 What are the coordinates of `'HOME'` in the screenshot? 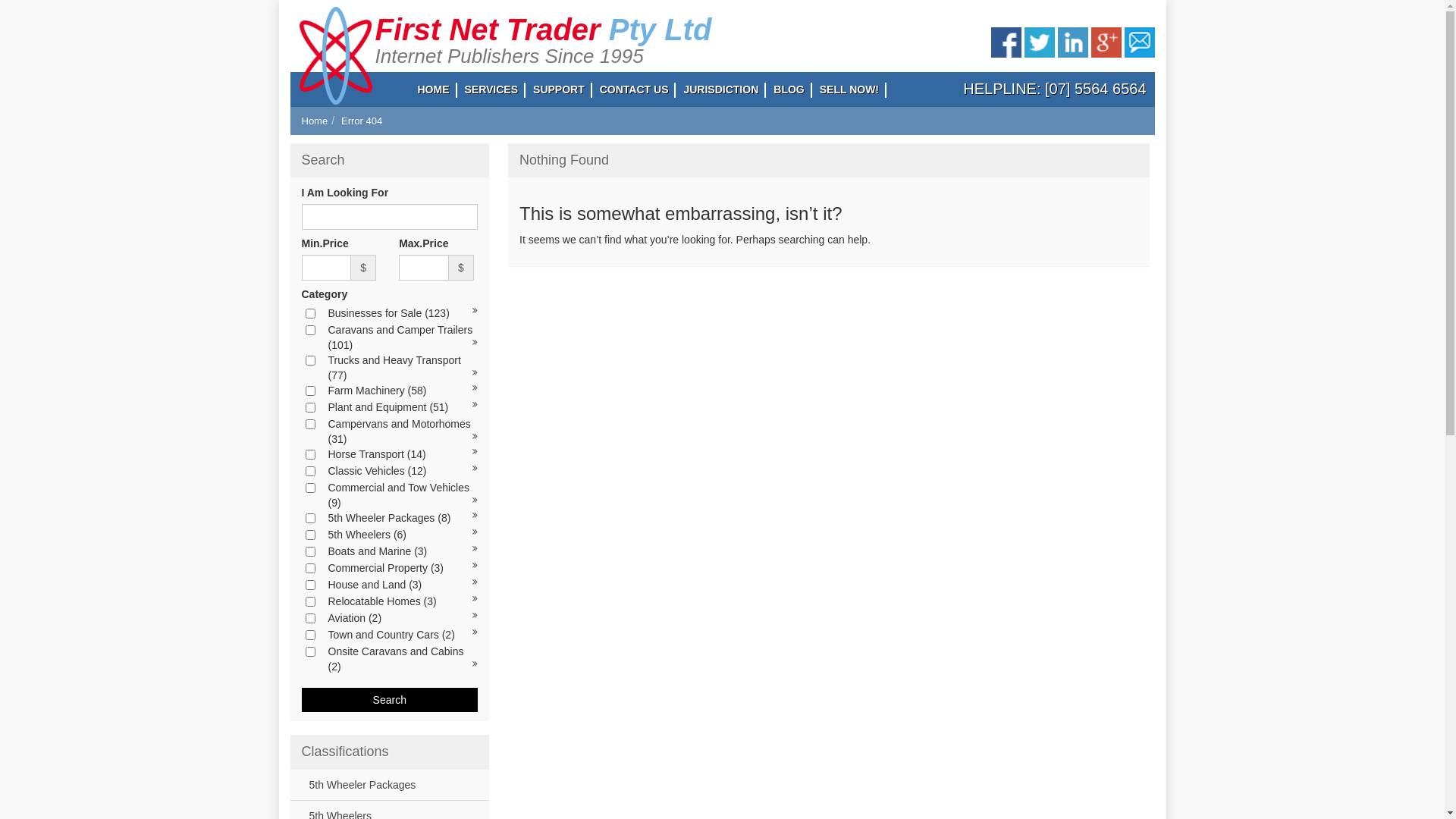 It's located at (432, 89).